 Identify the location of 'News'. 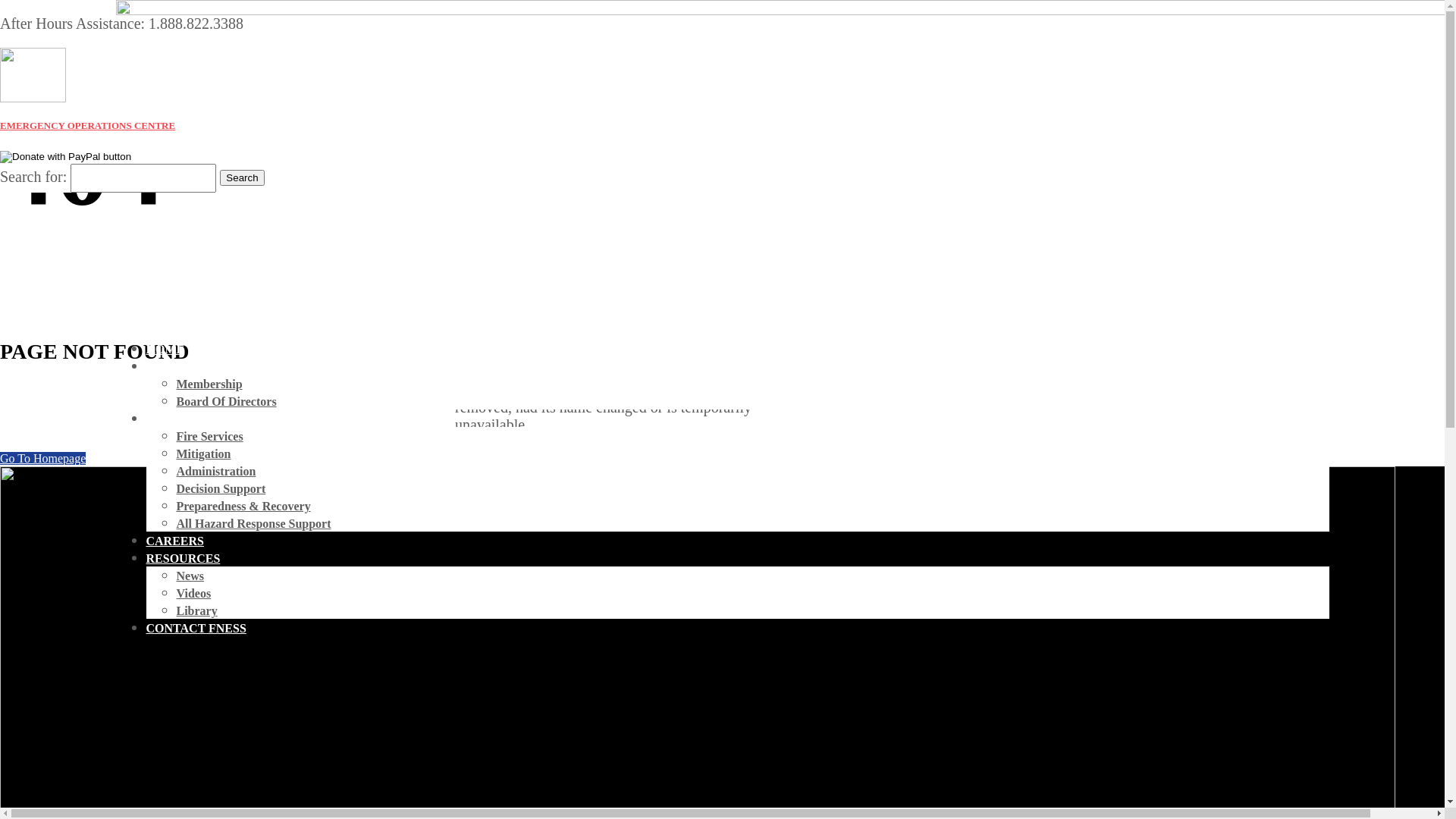
(188, 576).